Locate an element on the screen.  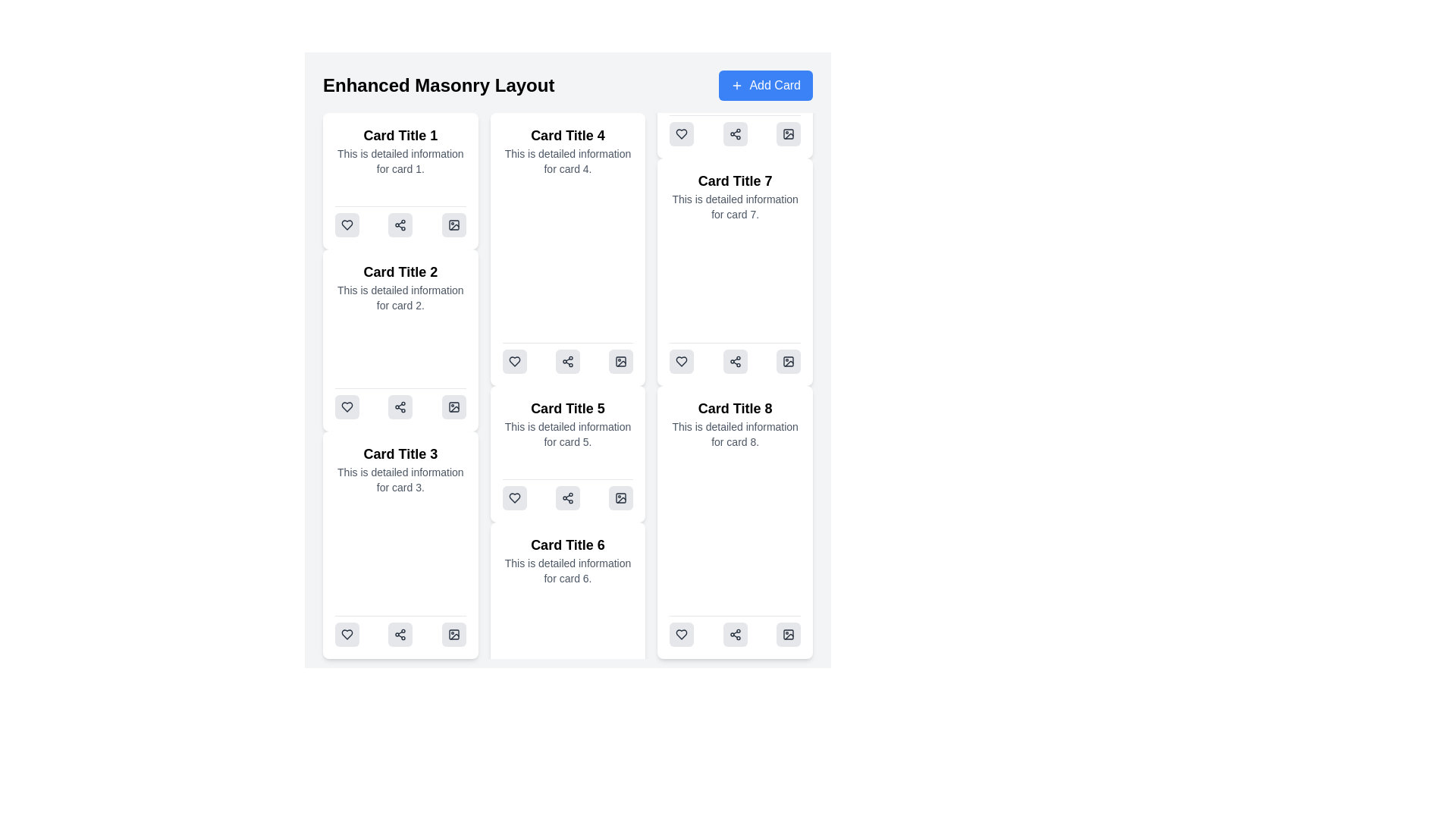
the 'share' button located at the bottom center of 'Card Title 8' is located at coordinates (735, 635).